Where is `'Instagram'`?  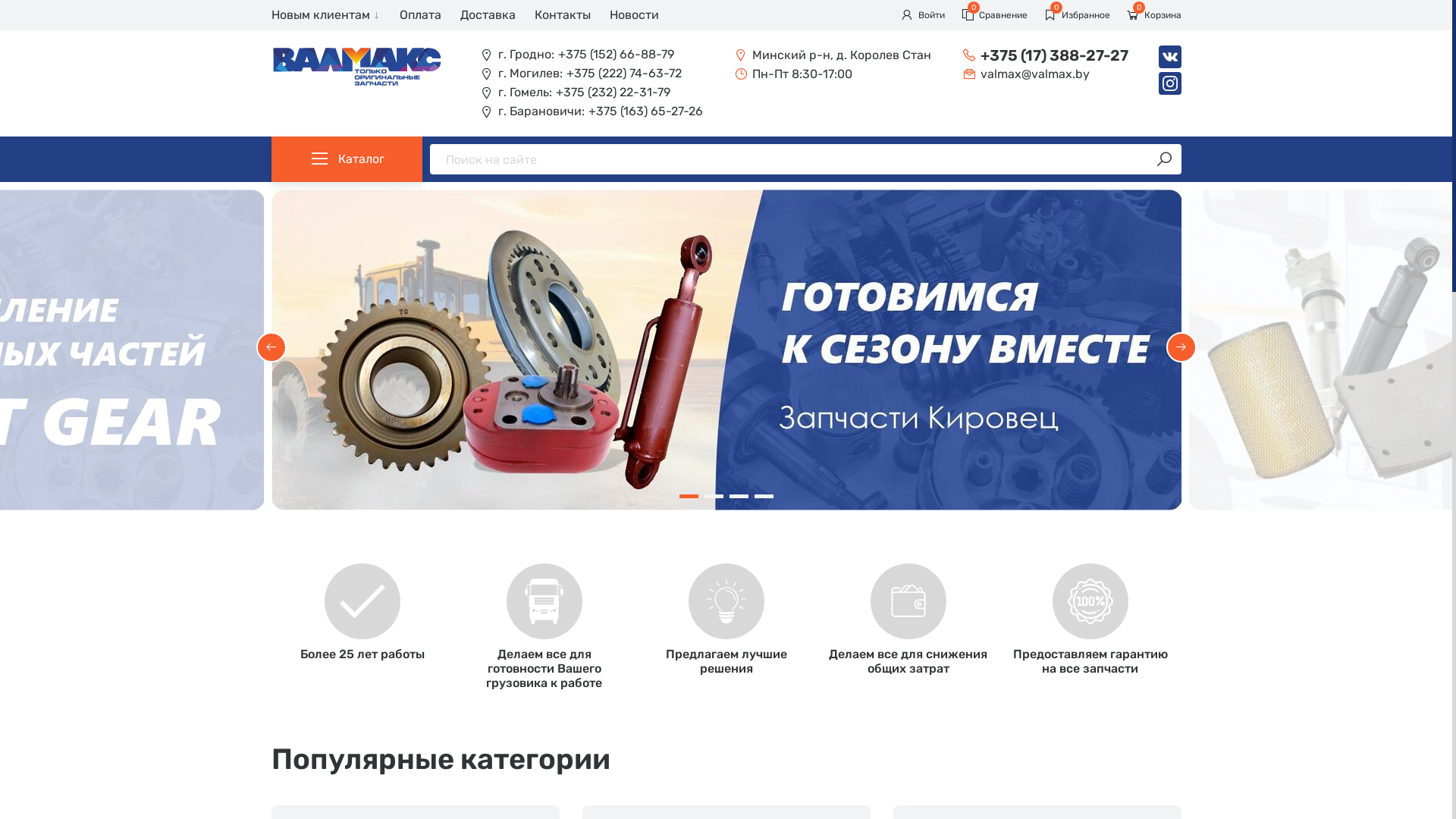 'Instagram' is located at coordinates (1169, 83).